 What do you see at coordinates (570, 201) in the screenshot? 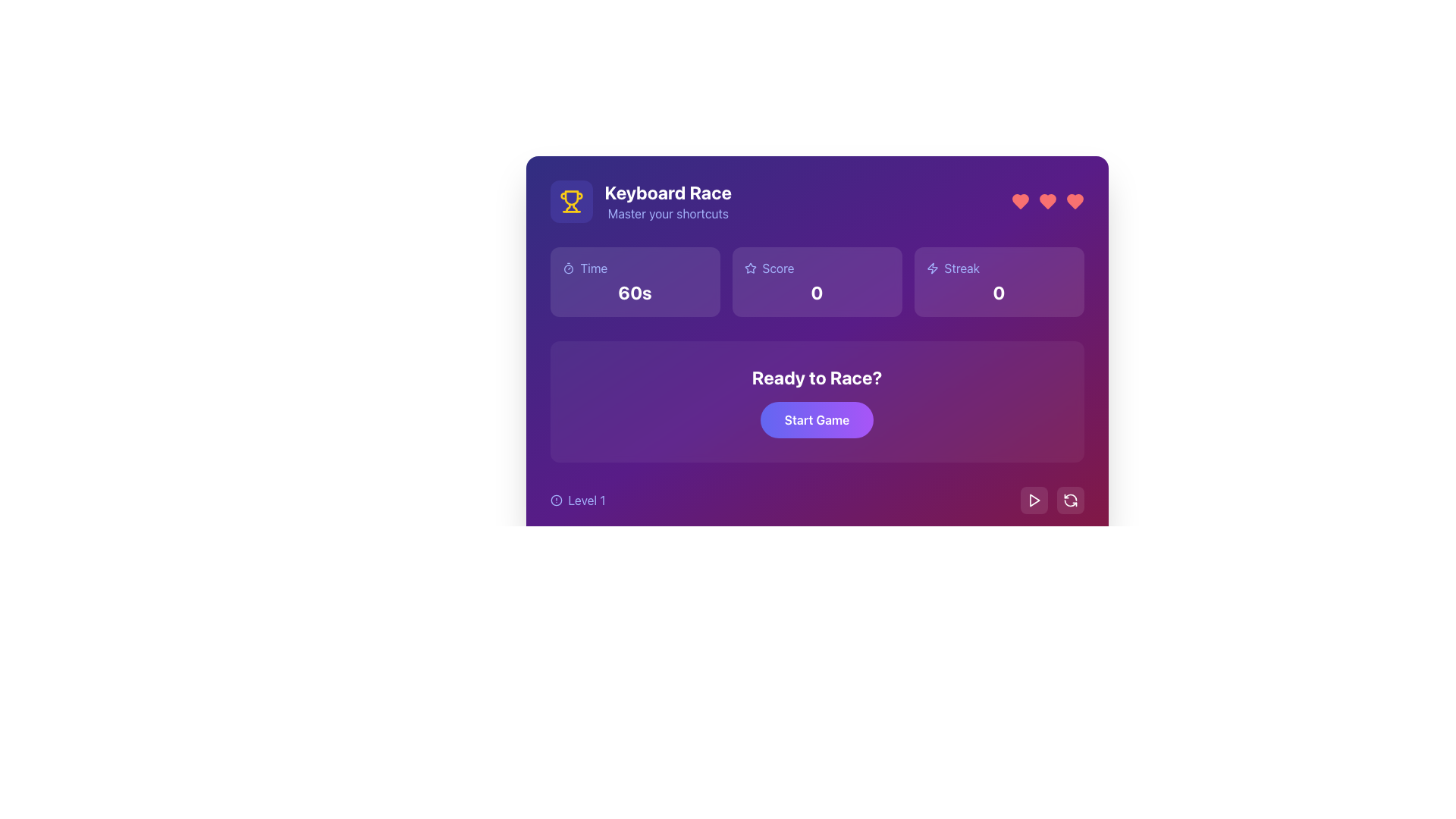
I see `the yellow trophy icon with a rounded base and handles, positioned on a dark purple background, located at the top-left corner of the main section next to the 'Keyboard Race' title` at bounding box center [570, 201].